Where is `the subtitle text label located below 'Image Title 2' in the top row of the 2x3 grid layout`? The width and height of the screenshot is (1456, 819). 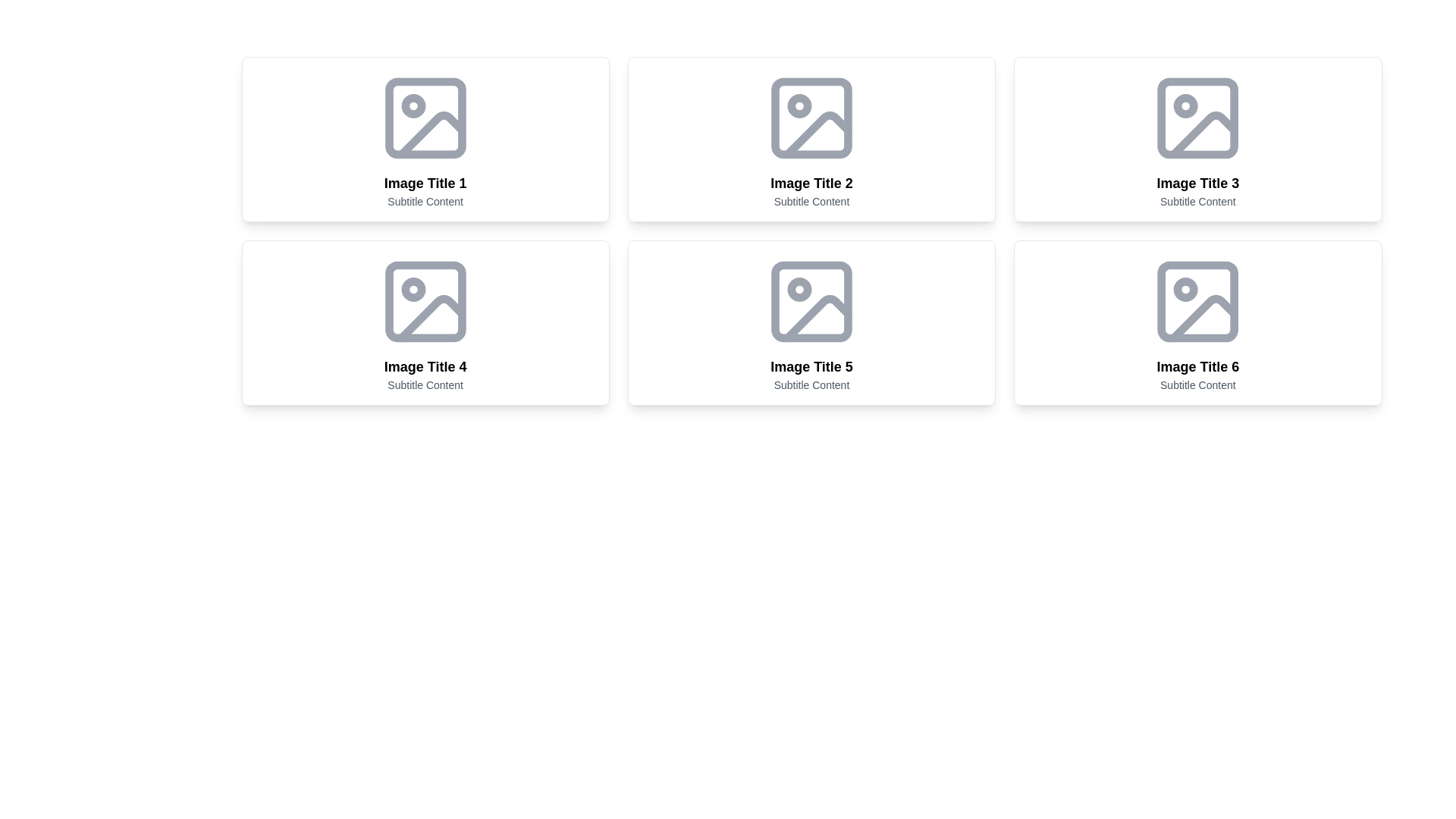 the subtitle text label located below 'Image Title 2' in the top row of the 2x3 grid layout is located at coordinates (811, 201).